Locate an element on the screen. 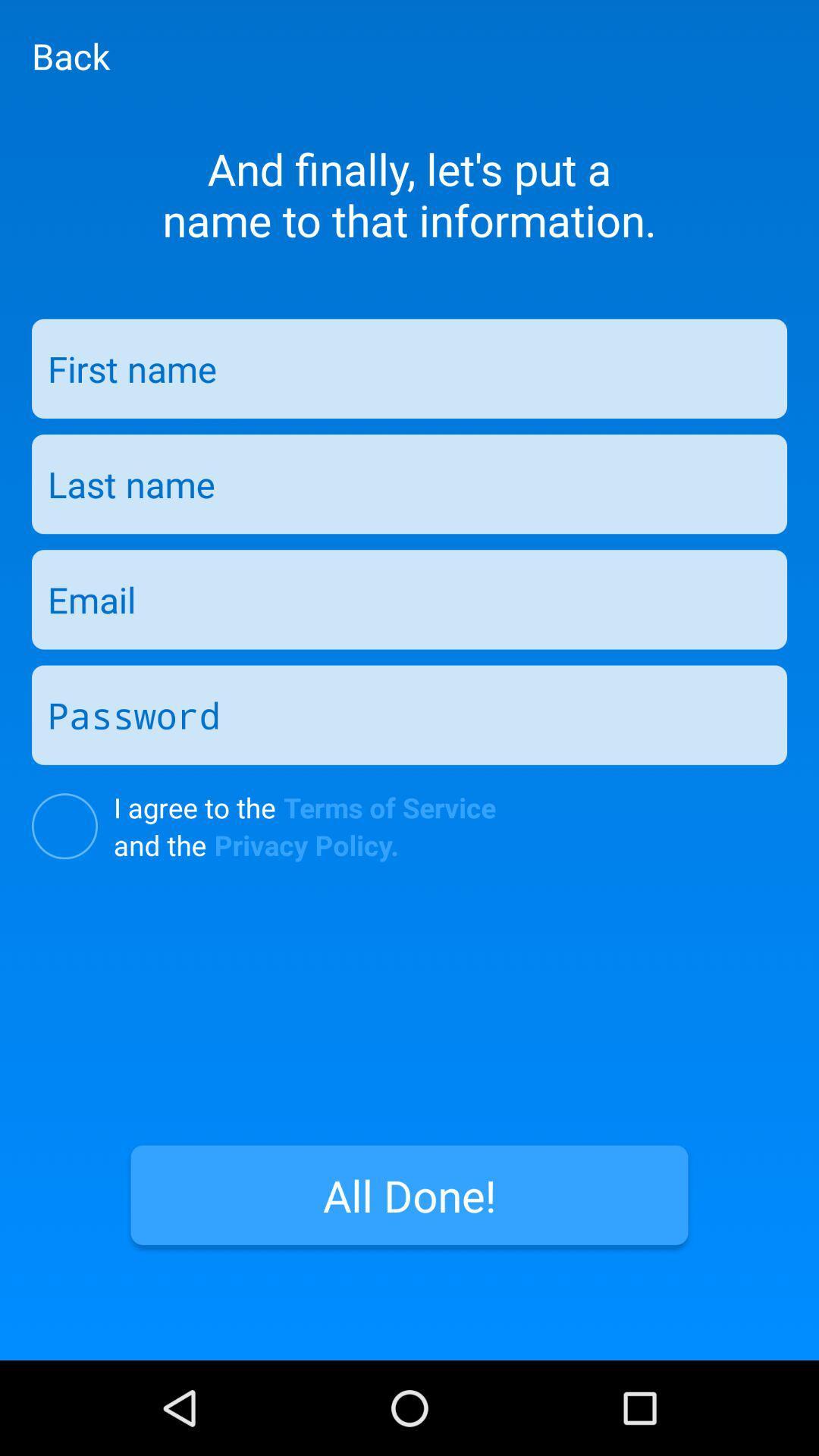 This screenshot has height=1456, width=819. email is located at coordinates (409, 598).